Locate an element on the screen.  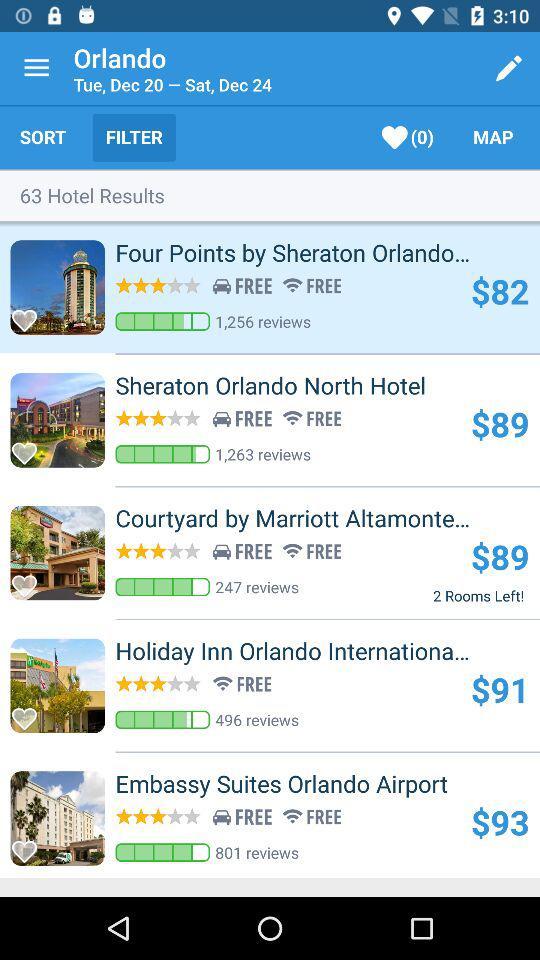
like as favourite button is located at coordinates (29, 447).